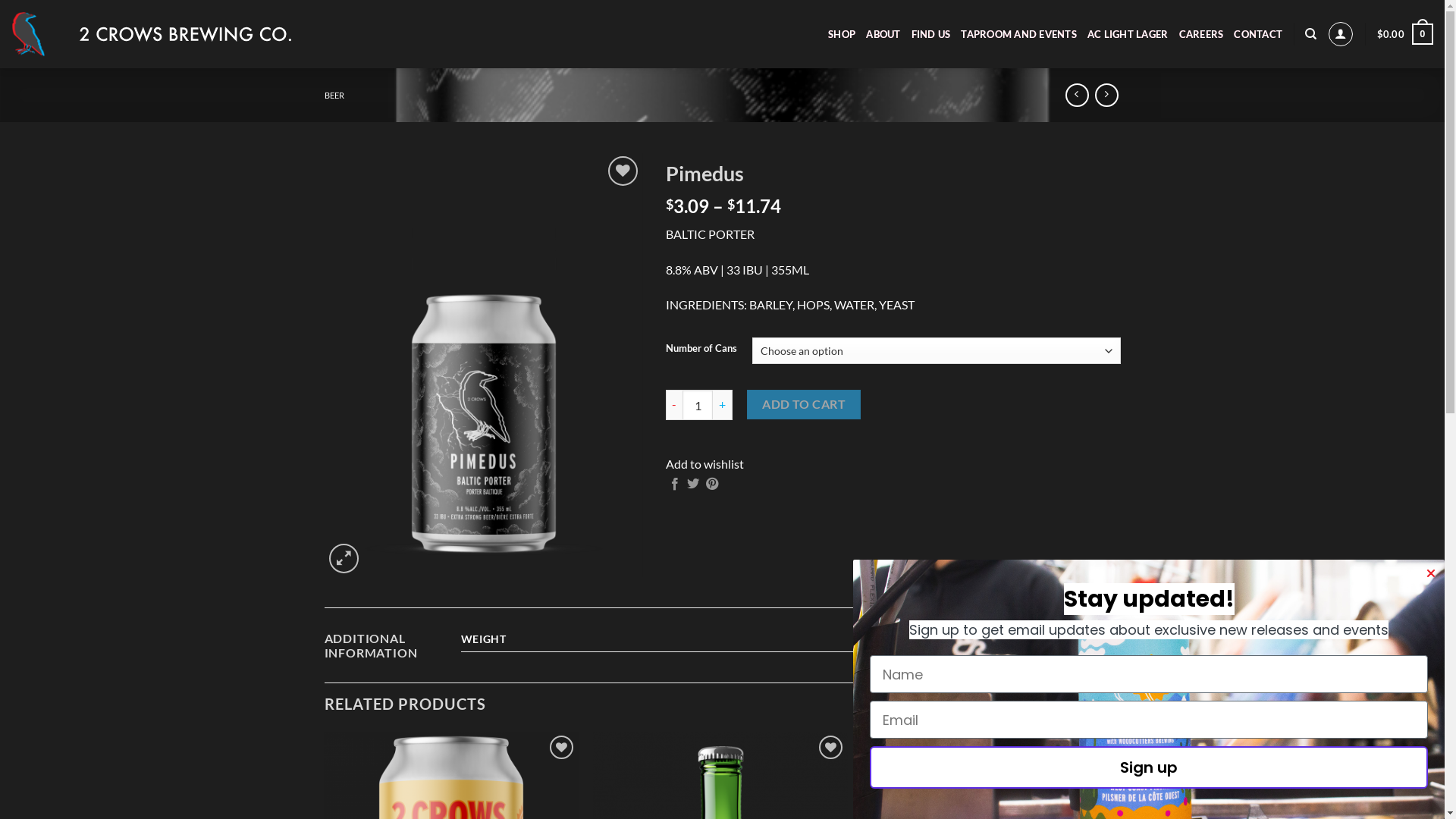 The image size is (1456, 819). What do you see at coordinates (840, 34) in the screenshot?
I see `'SHOP'` at bounding box center [840, 34].